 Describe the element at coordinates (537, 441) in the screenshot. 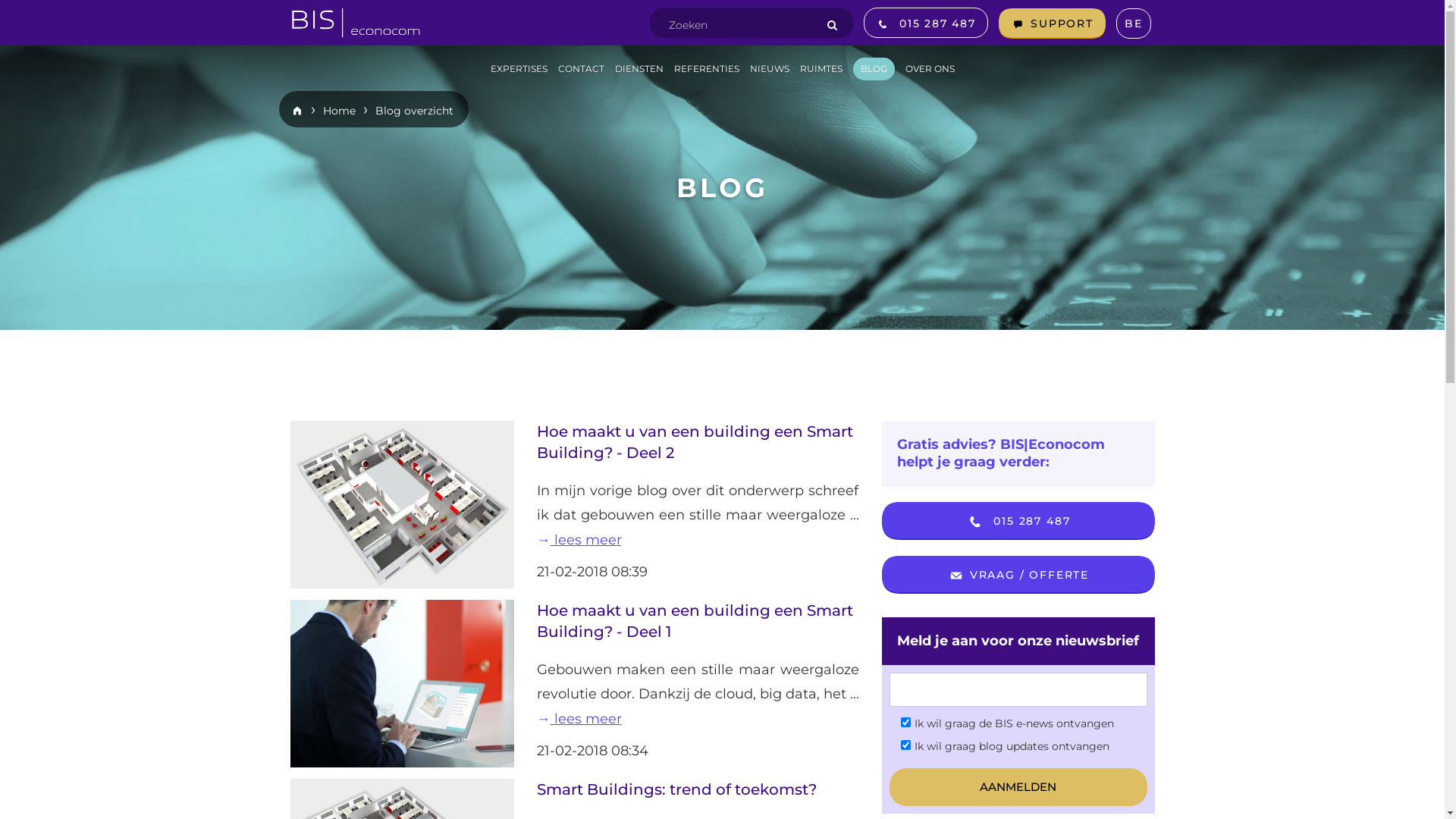

I see `'Hoe maakt u van een building een Smart Building? - Deel 2'` at that location.